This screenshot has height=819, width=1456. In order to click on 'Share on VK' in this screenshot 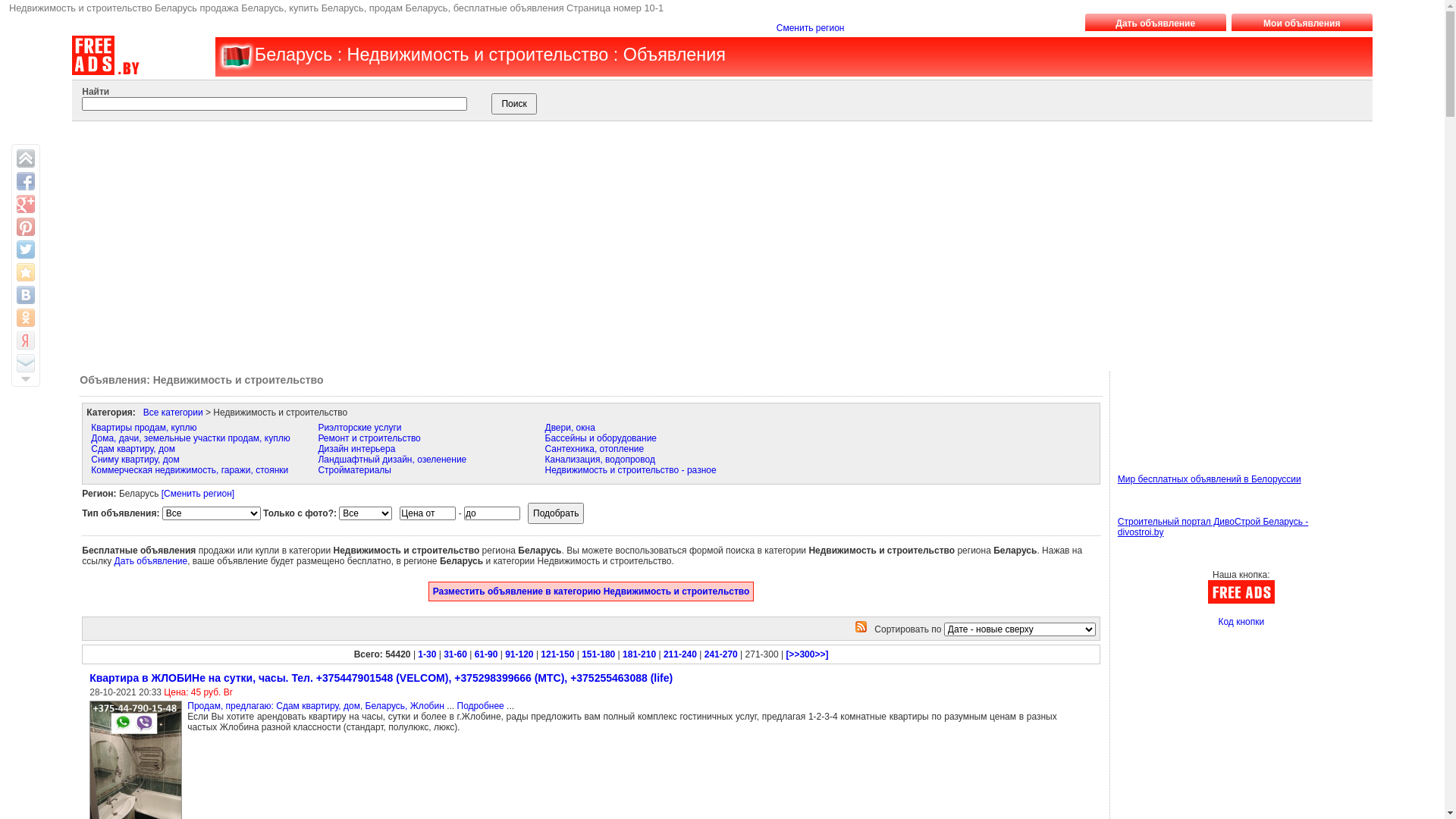, I will do `click(17, 295)`.